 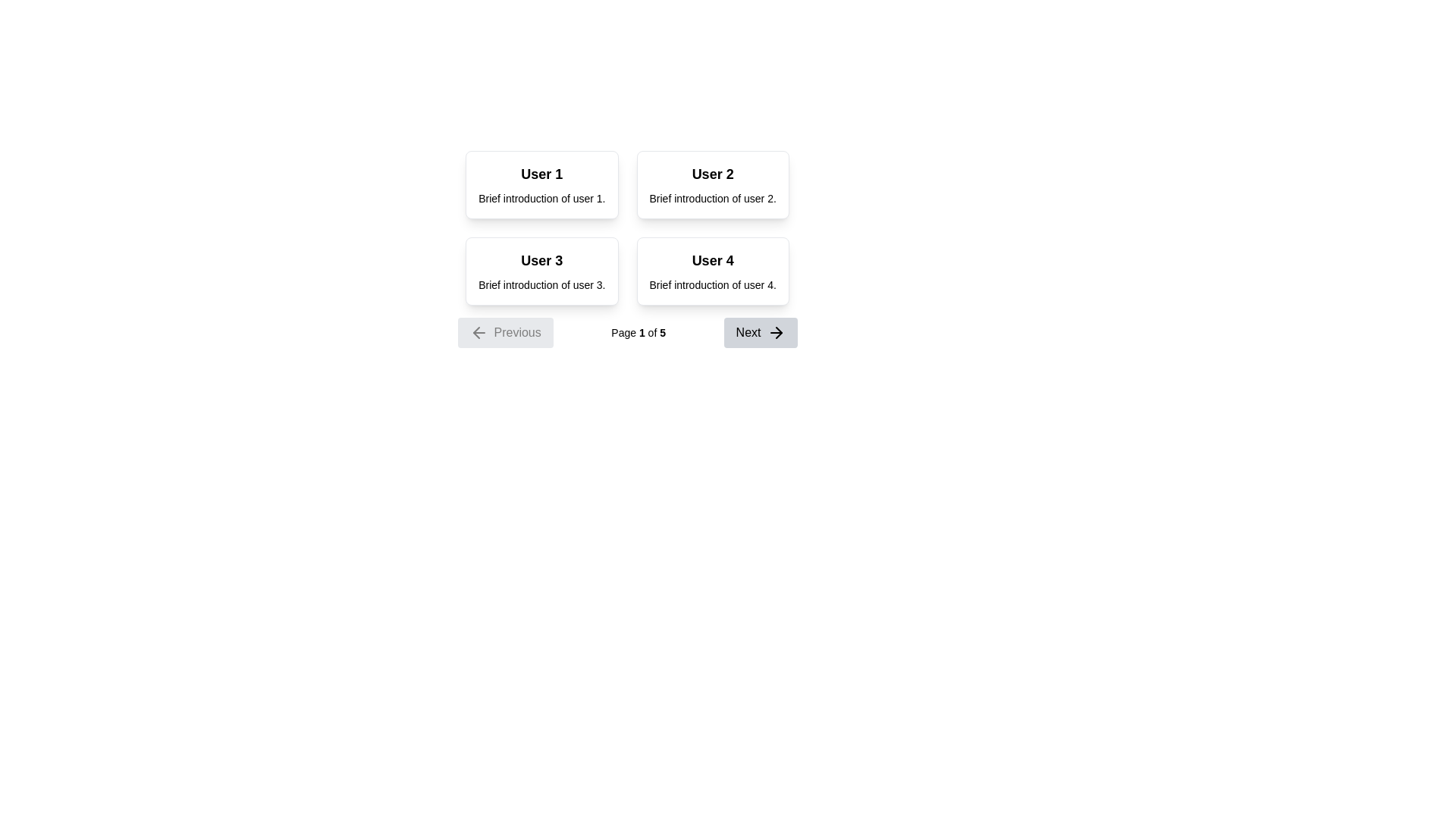 I want to click on descriptive text label about 'User 2' located directly below the 'User 2' title in the top-right quadrant of the grid layout, so click(x=712, y=198).